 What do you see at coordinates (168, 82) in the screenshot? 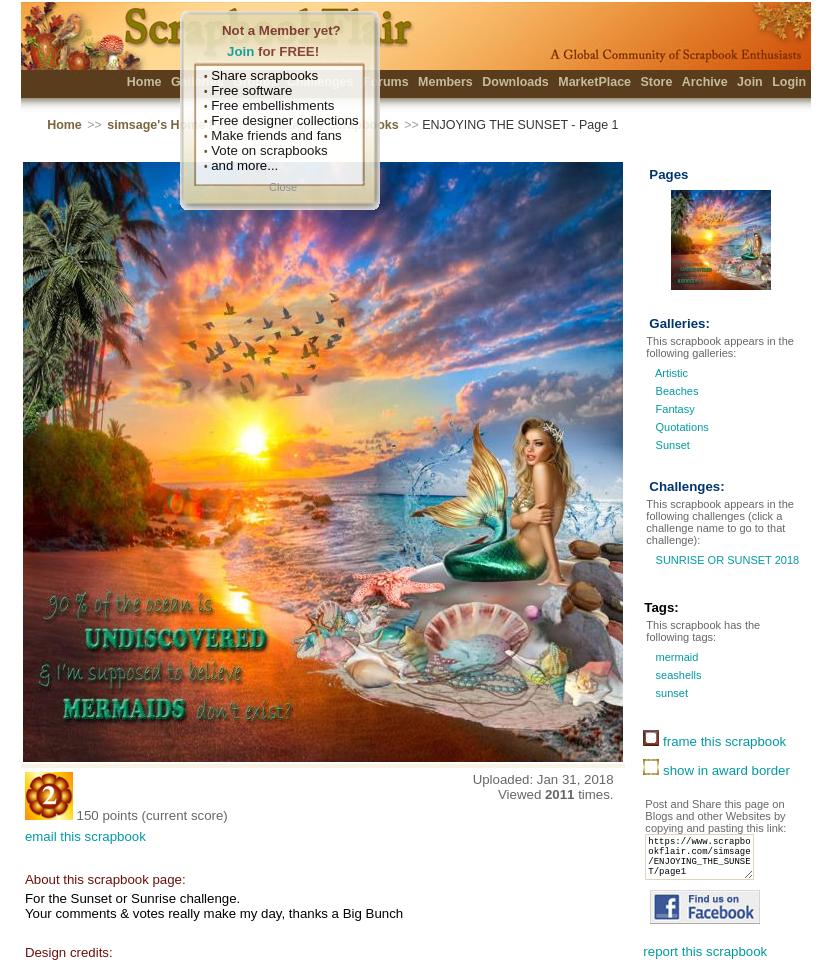
I see `'Galleries'` at bounding box center [168, 82].